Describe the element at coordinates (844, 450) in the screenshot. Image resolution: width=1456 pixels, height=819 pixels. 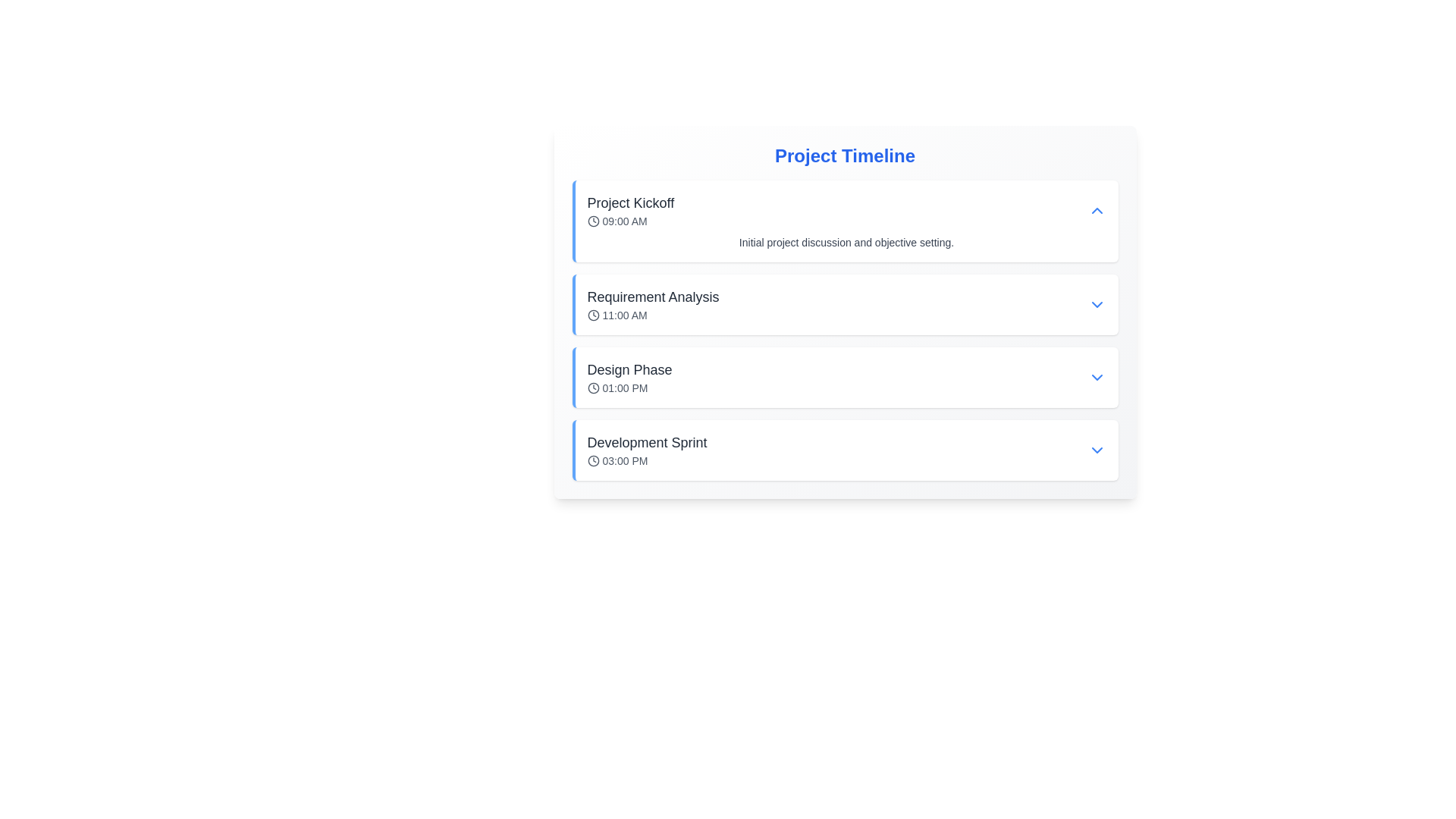
I see `the collapsible list item representing the 'Development Sprint' event at 3:00 PM` at that location.